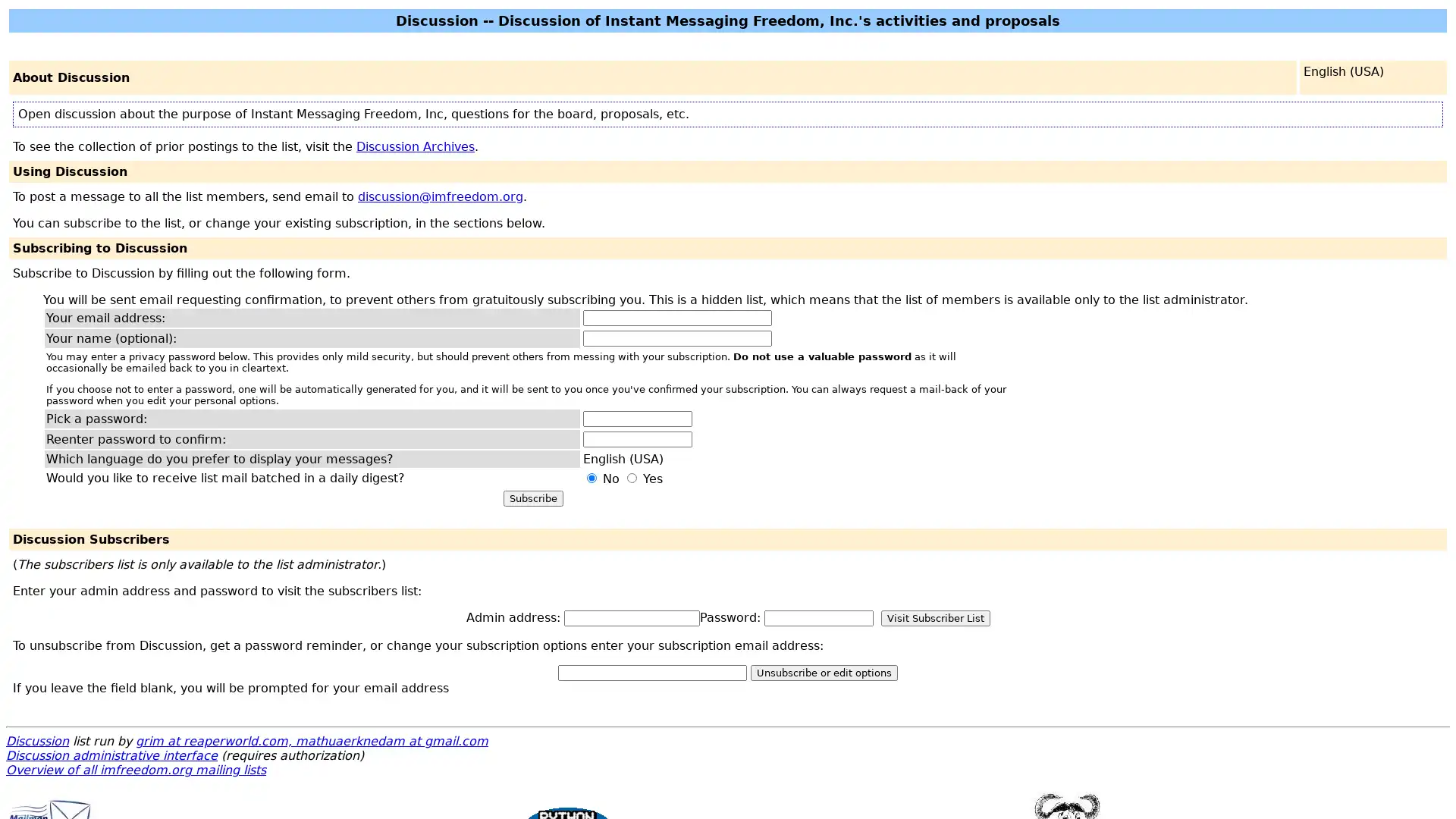  I want to click on Subscribe, so click(532, 497).